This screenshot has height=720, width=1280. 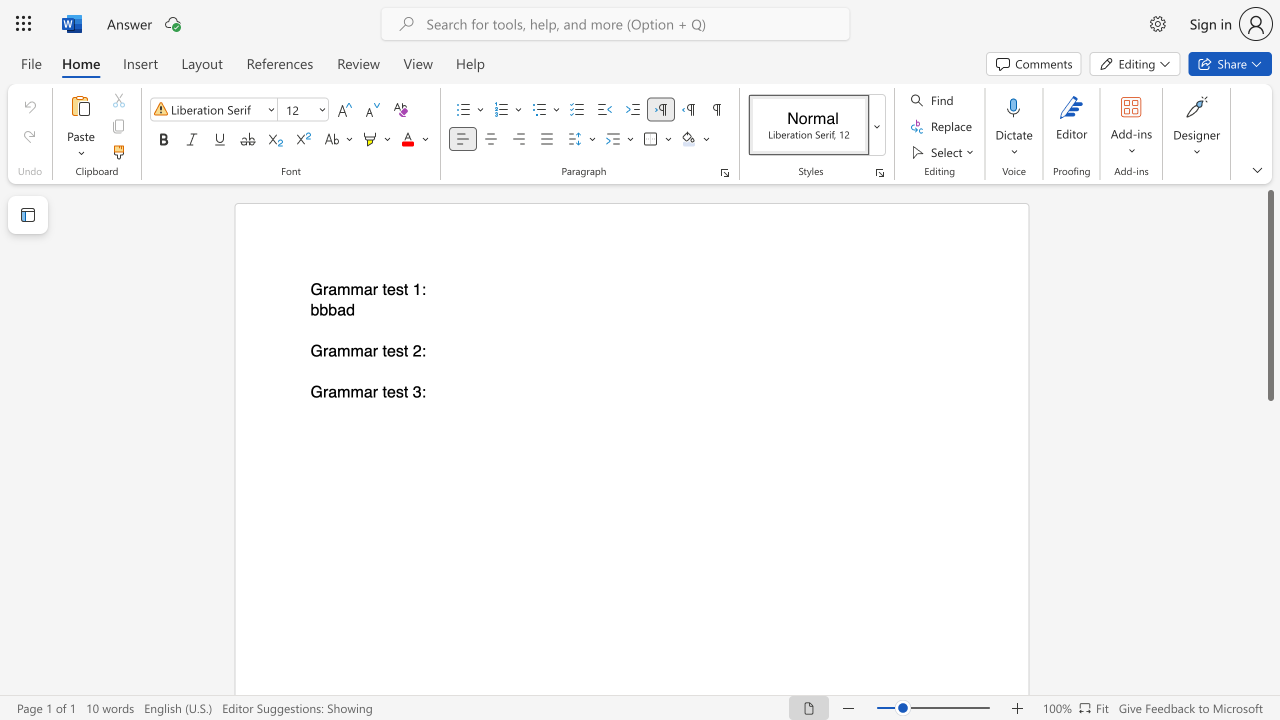 I want to click on the right-hand scrollbar to descend the page, so click(x=1269, y=598).